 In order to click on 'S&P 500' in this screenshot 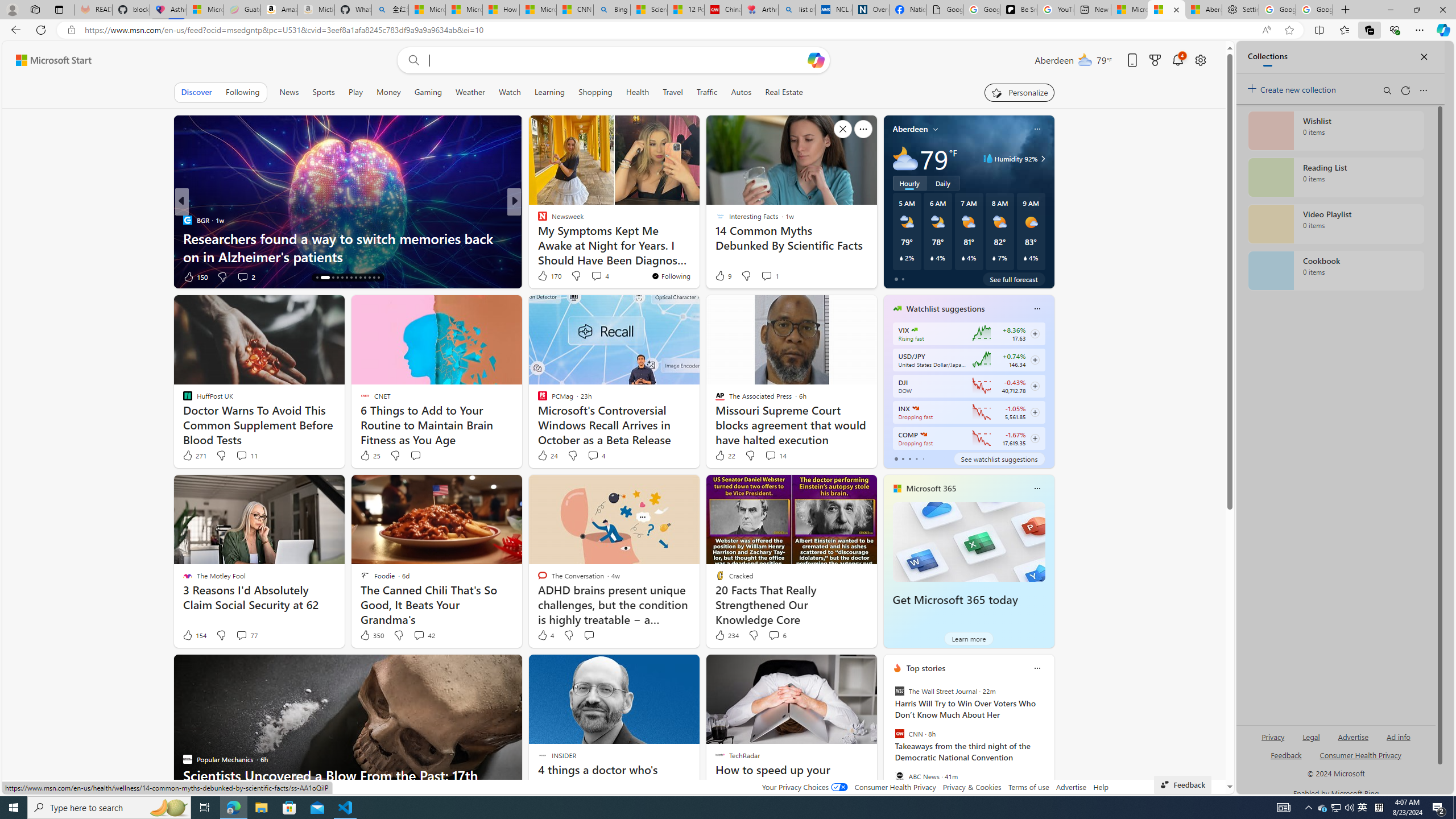, I will do `click(914, 407)`.